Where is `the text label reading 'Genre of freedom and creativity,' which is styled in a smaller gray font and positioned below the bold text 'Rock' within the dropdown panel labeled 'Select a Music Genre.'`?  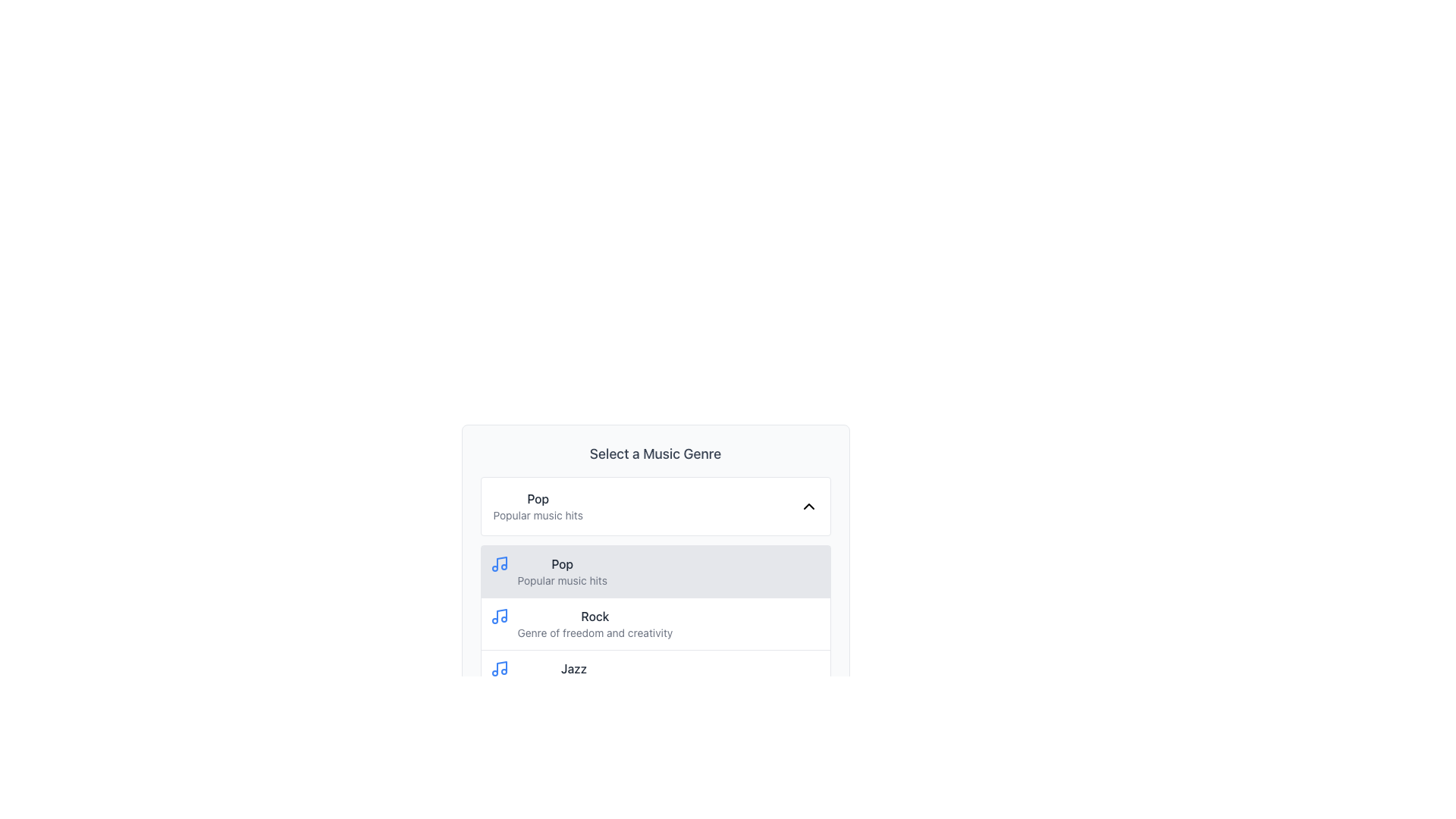
the text label reading 'Genre of freedom and creativity,' which is styled in a smaller gray font and positioned below the bold text 'Rock' within the dropdown panel labeled 'Select a Music Genre.' is located at coordinates (594, 632).